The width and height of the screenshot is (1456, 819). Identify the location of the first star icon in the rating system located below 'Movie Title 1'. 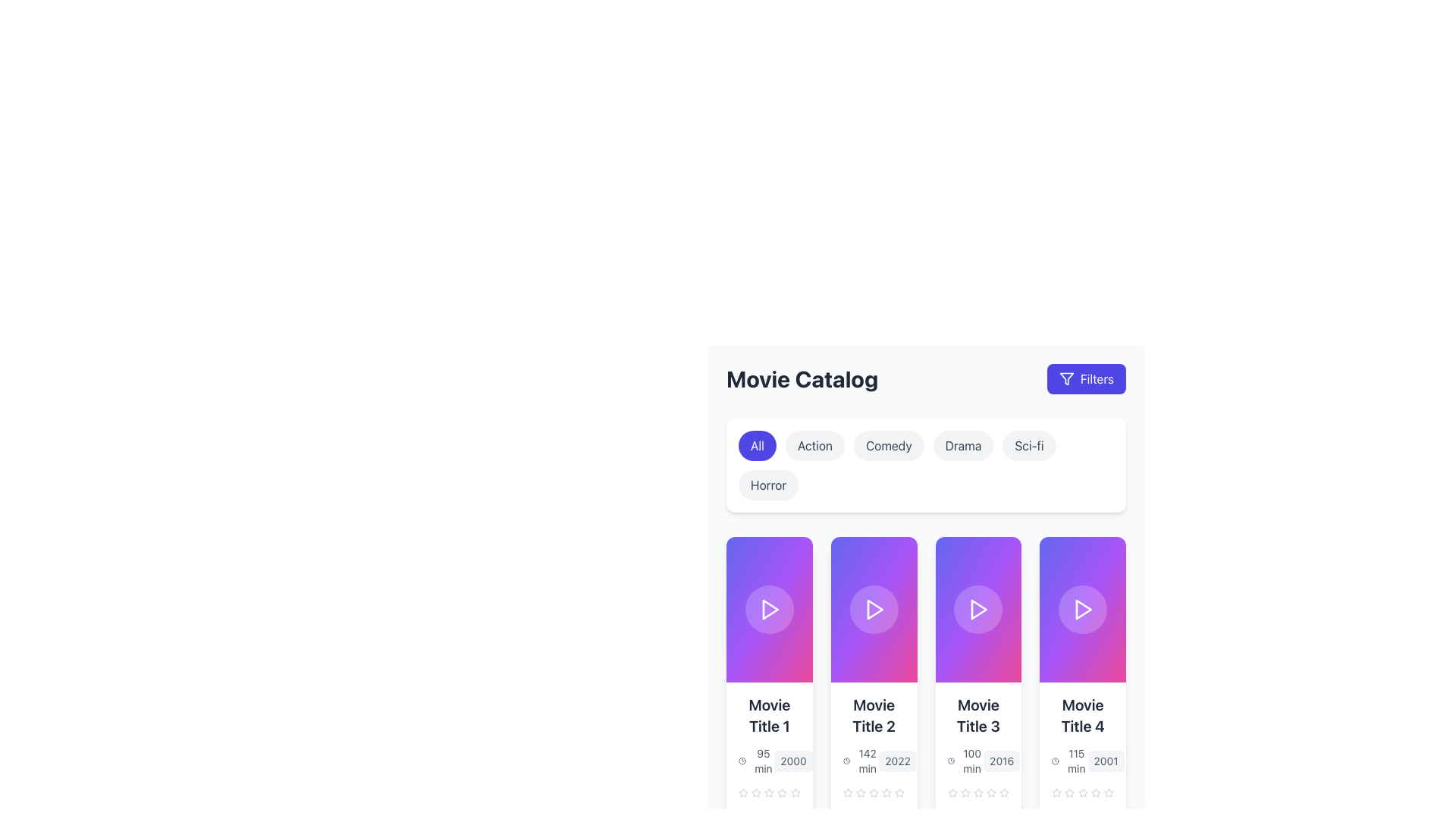
(743, 792).